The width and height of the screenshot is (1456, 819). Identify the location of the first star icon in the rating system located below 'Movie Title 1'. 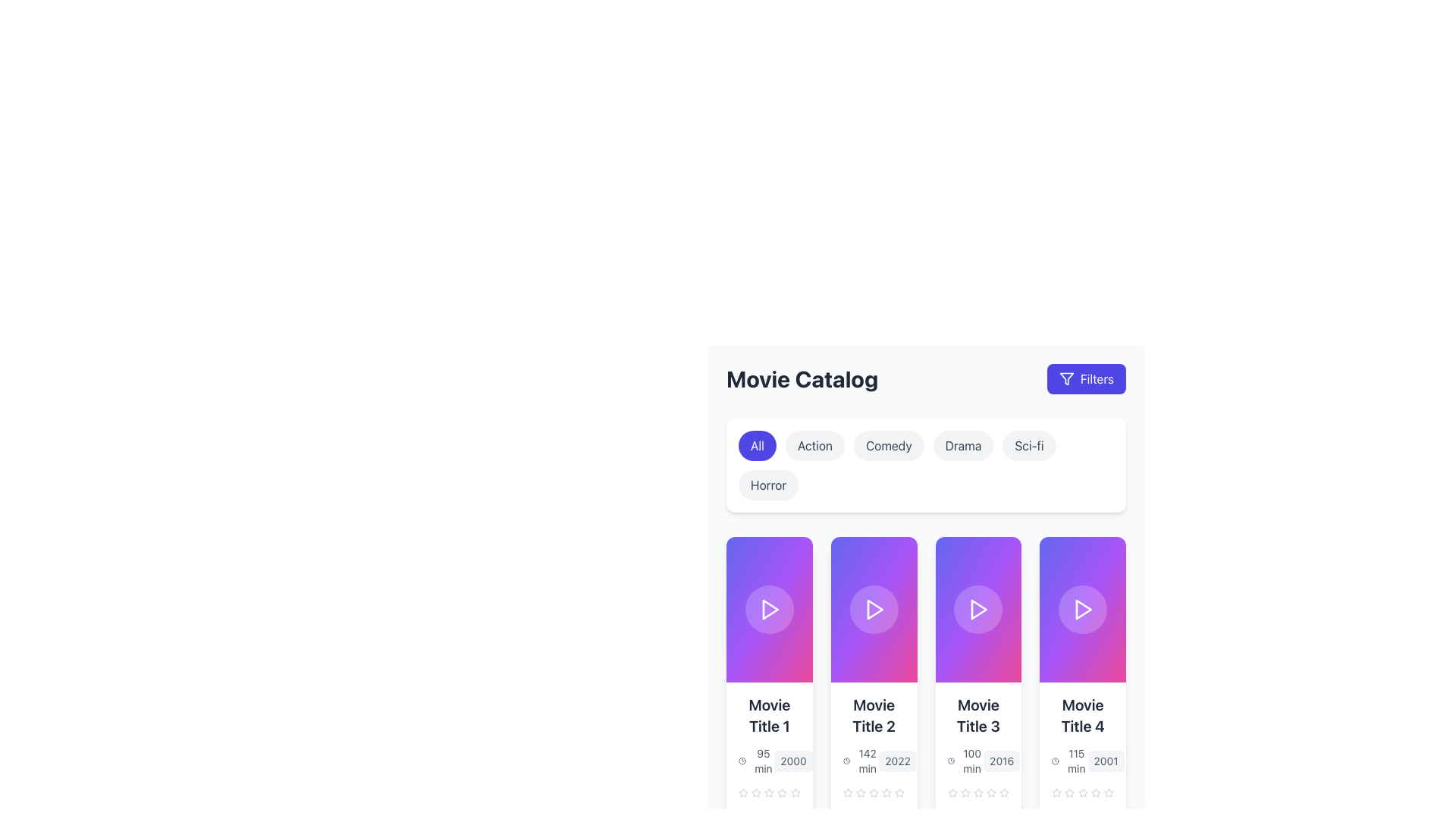
(743, 792).